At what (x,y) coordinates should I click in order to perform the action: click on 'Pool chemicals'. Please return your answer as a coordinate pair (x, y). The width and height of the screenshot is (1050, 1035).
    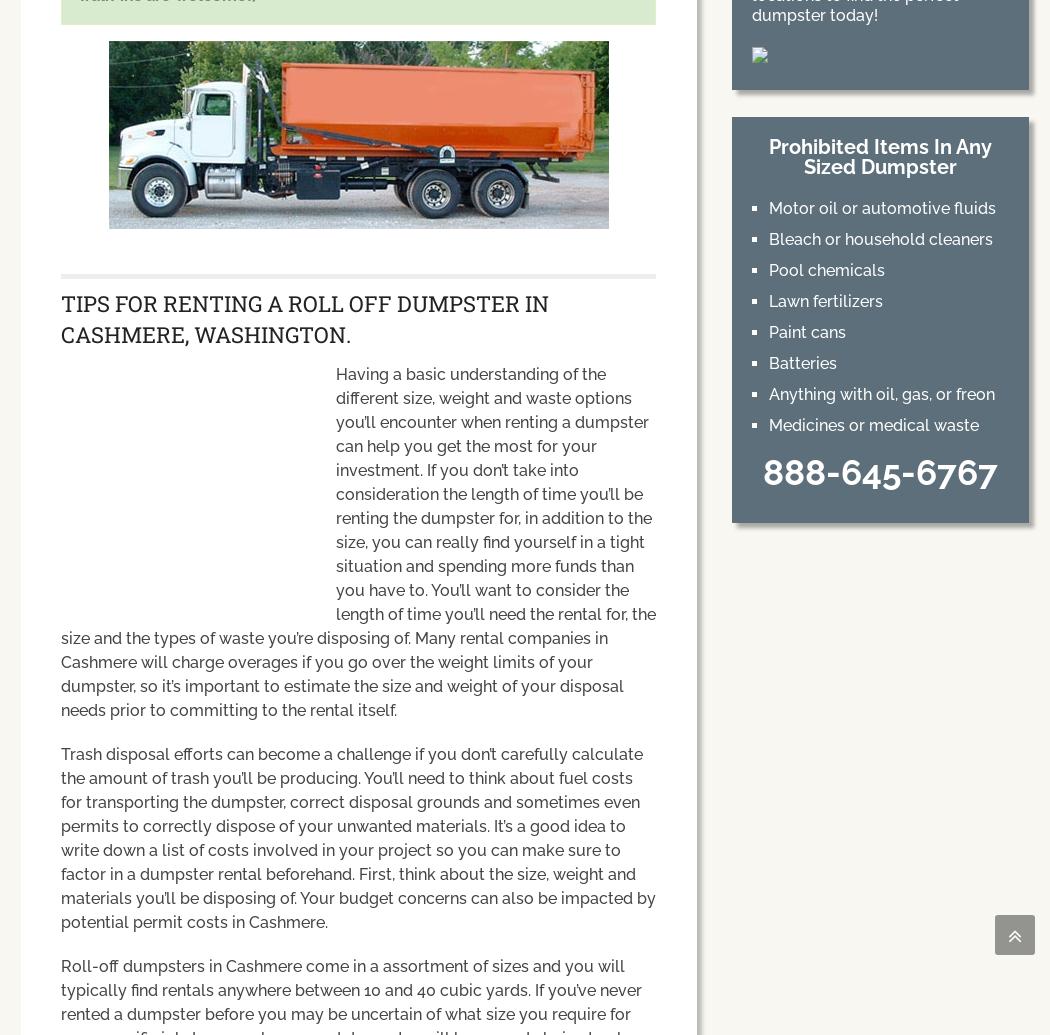
    Looking at the image, I should click on (826, 270).